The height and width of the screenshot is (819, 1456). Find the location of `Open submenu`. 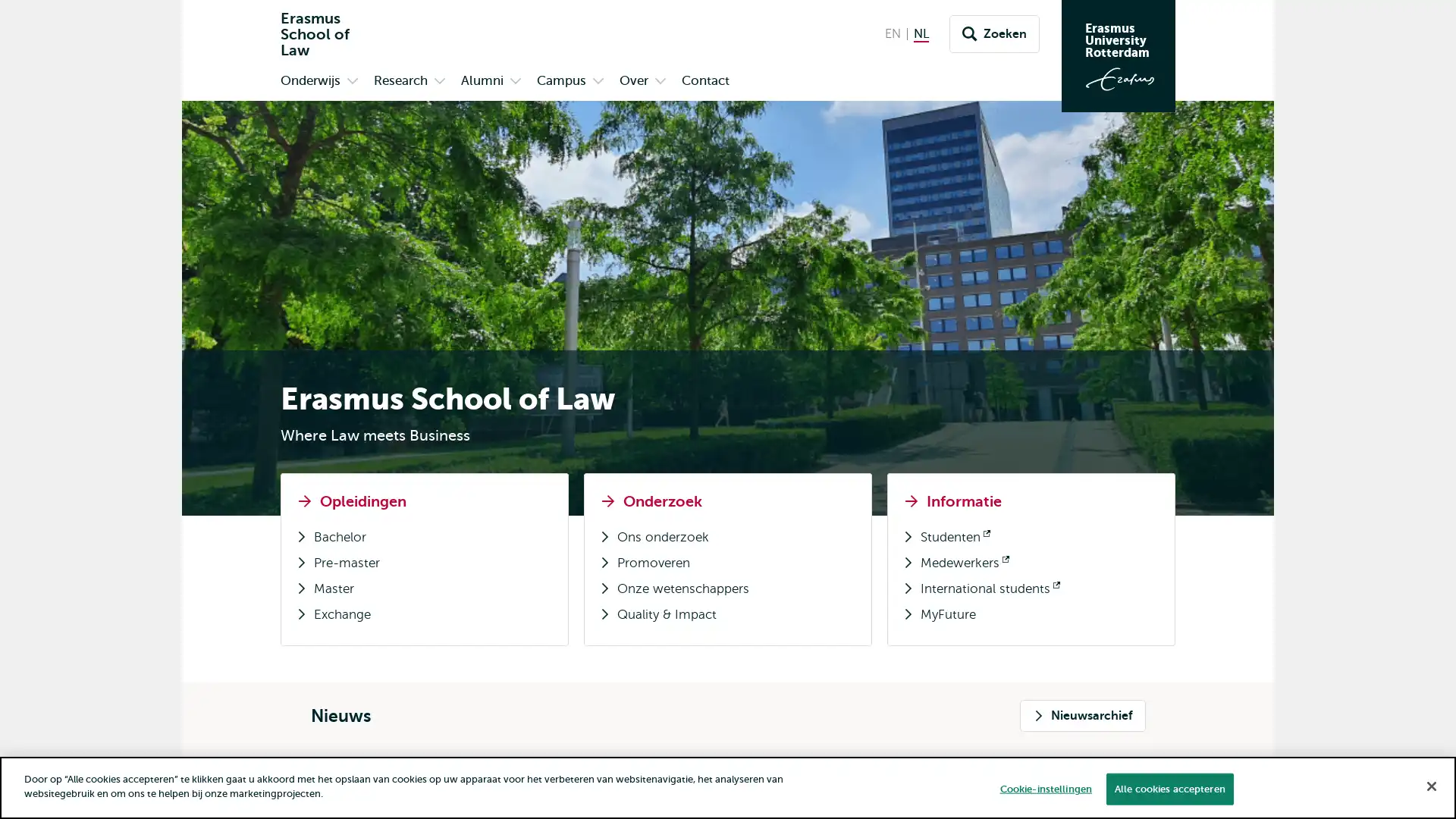

Open submenu is located at coordinates (597, 82).